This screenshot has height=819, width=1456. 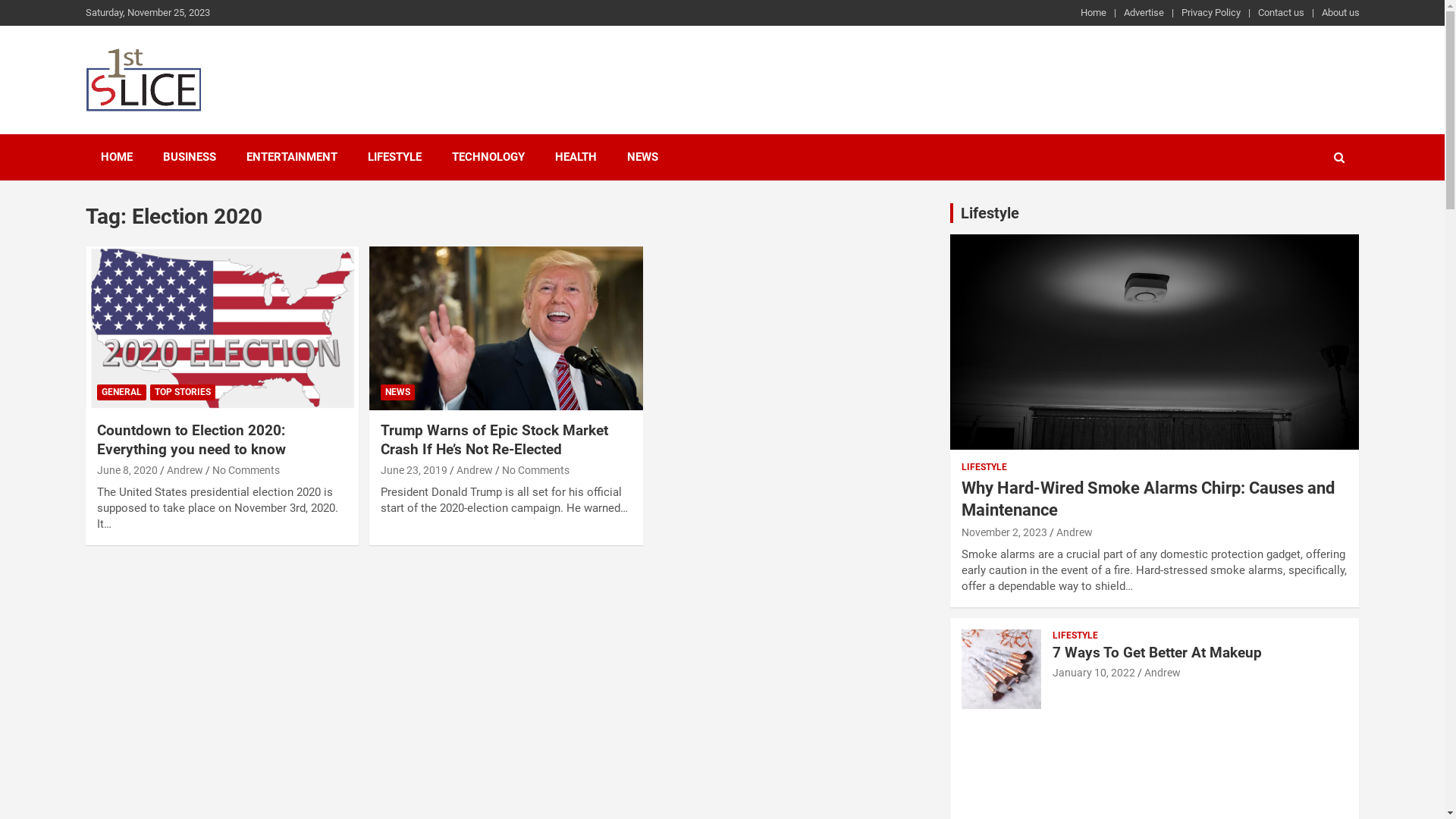 What do you see at coordinates (1073, 532) in the screenshot?
I see `'Andrew'` at bounding box center [1073, 532].